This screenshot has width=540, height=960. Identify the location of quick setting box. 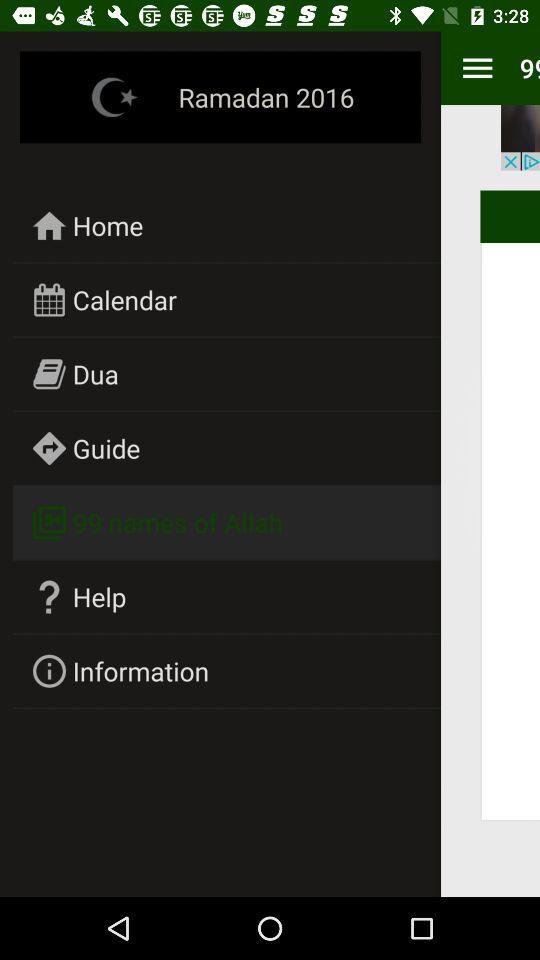
(476, 68).